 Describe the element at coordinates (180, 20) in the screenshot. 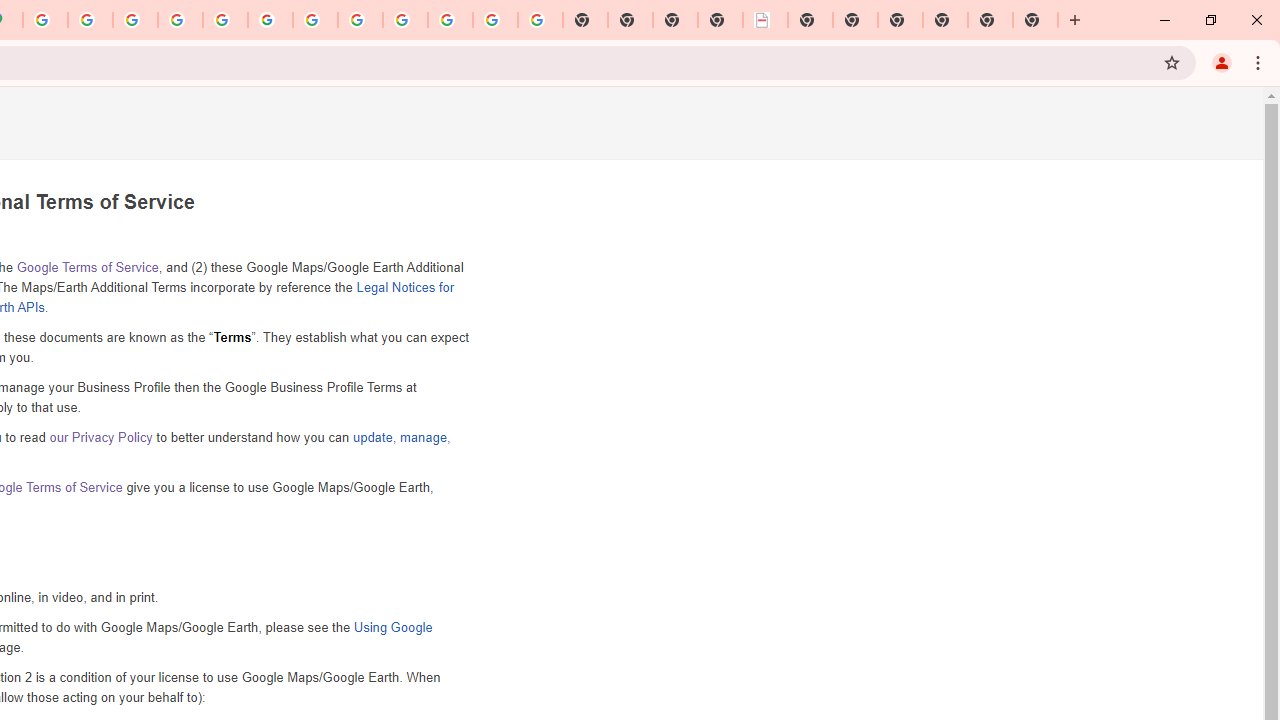

I see `'Privacy Help Center - Policies Help'` at that location.